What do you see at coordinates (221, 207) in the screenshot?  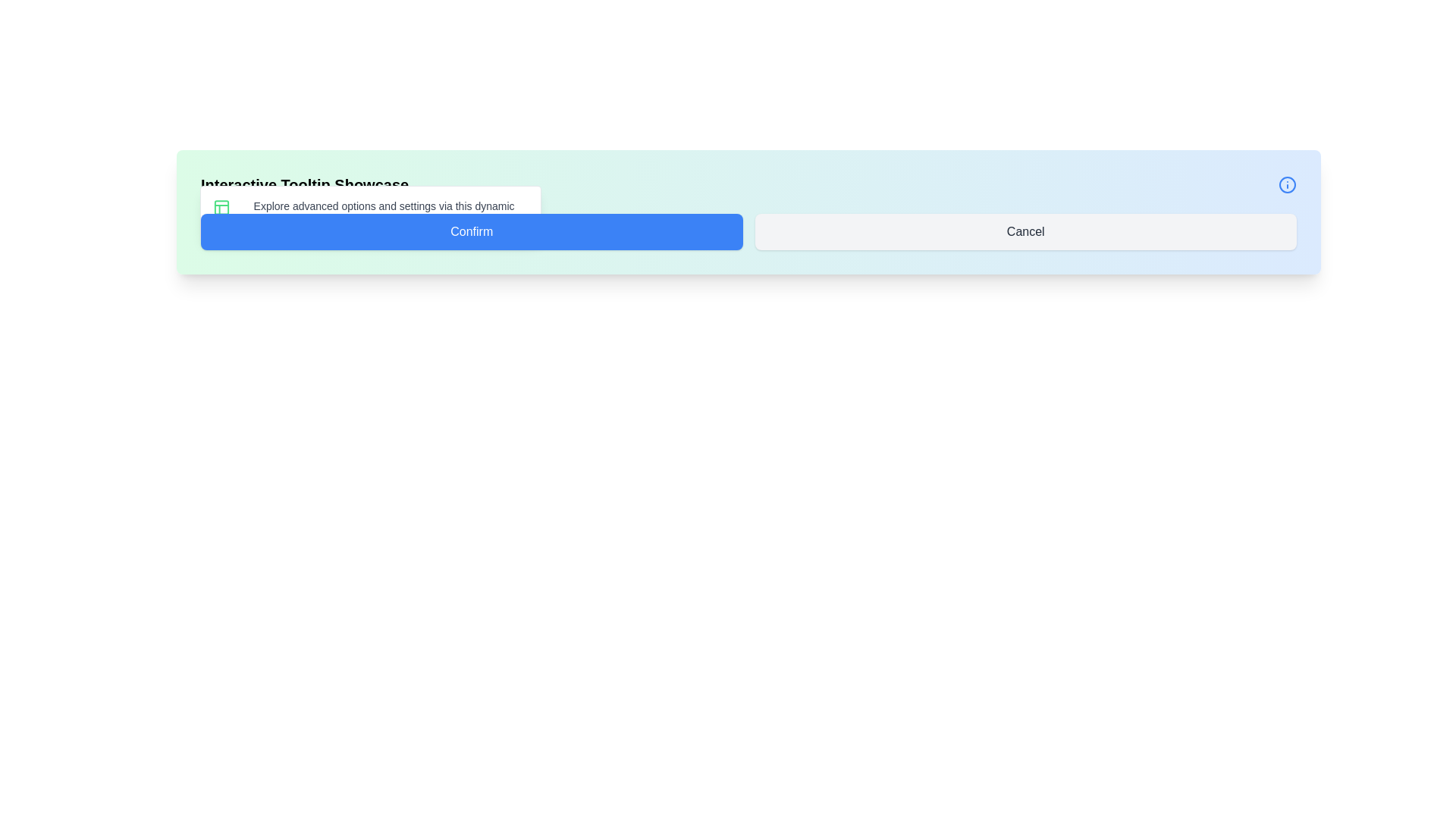 I see `the green SVG icon shaped like a 'T' located to the left of the text 'Explore advanced options and settings via this dynamic feature.'` at bounding box center [221, 207].